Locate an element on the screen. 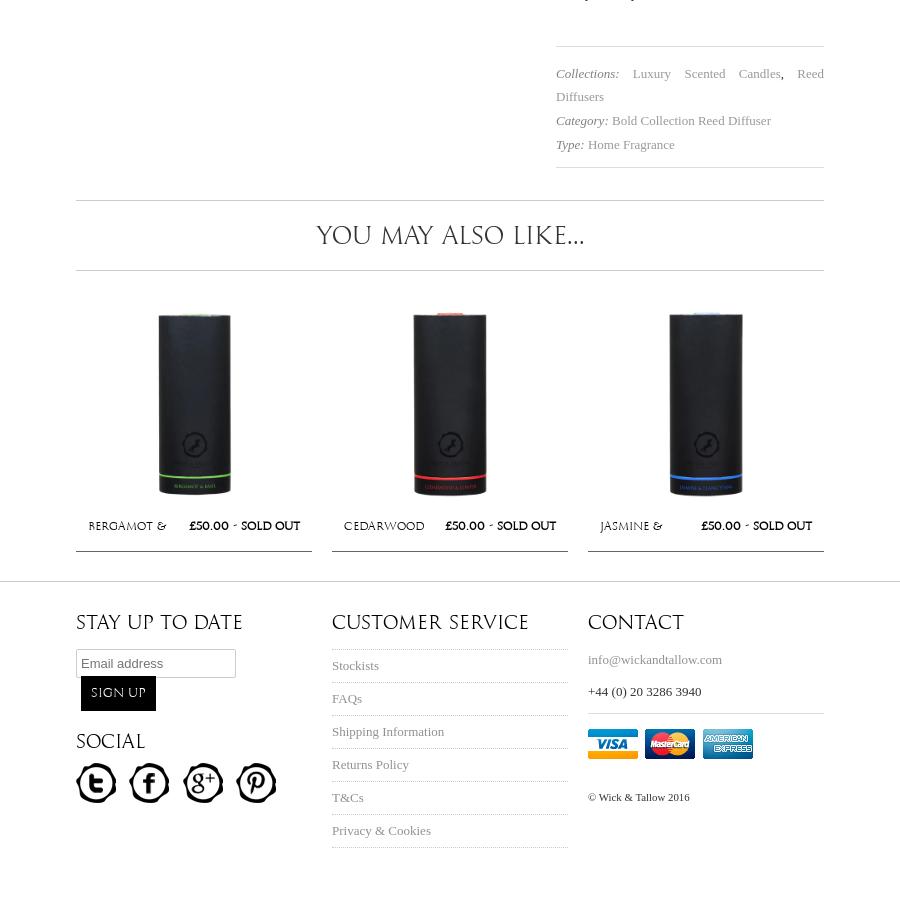 The height and width of the screenshot is (897, 900). 'Reed Diffusers' is located at coordinates (689, 83).